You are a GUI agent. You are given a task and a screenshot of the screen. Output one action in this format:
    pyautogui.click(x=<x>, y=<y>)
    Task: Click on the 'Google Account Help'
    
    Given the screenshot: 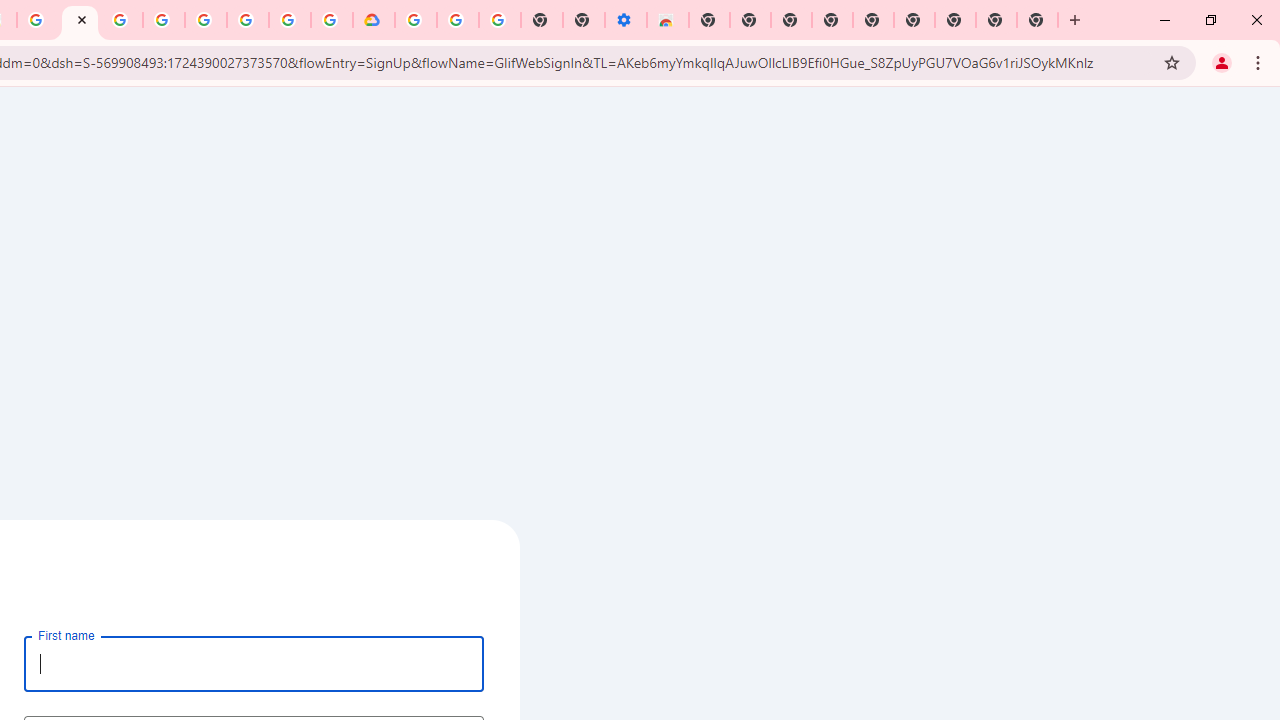 What is the action you would take?
    pyautogui.click(x=206, y=20)
    